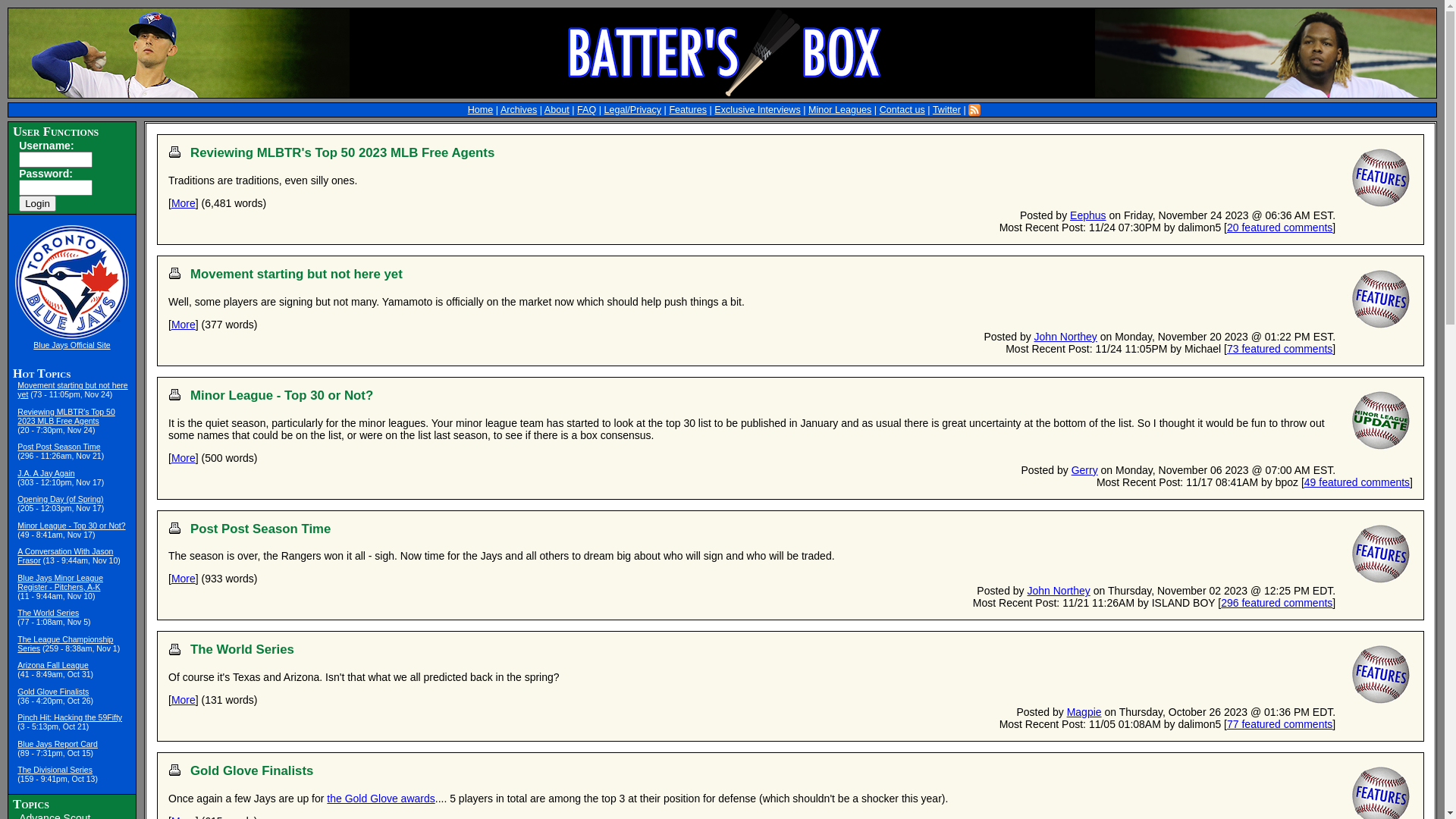 The height and width of the screenshot is (819, 1456). What do you see at coordinates (1065, 335) in the screenshot?
I see `'John Northey'` at bounding box center [1065, 335].